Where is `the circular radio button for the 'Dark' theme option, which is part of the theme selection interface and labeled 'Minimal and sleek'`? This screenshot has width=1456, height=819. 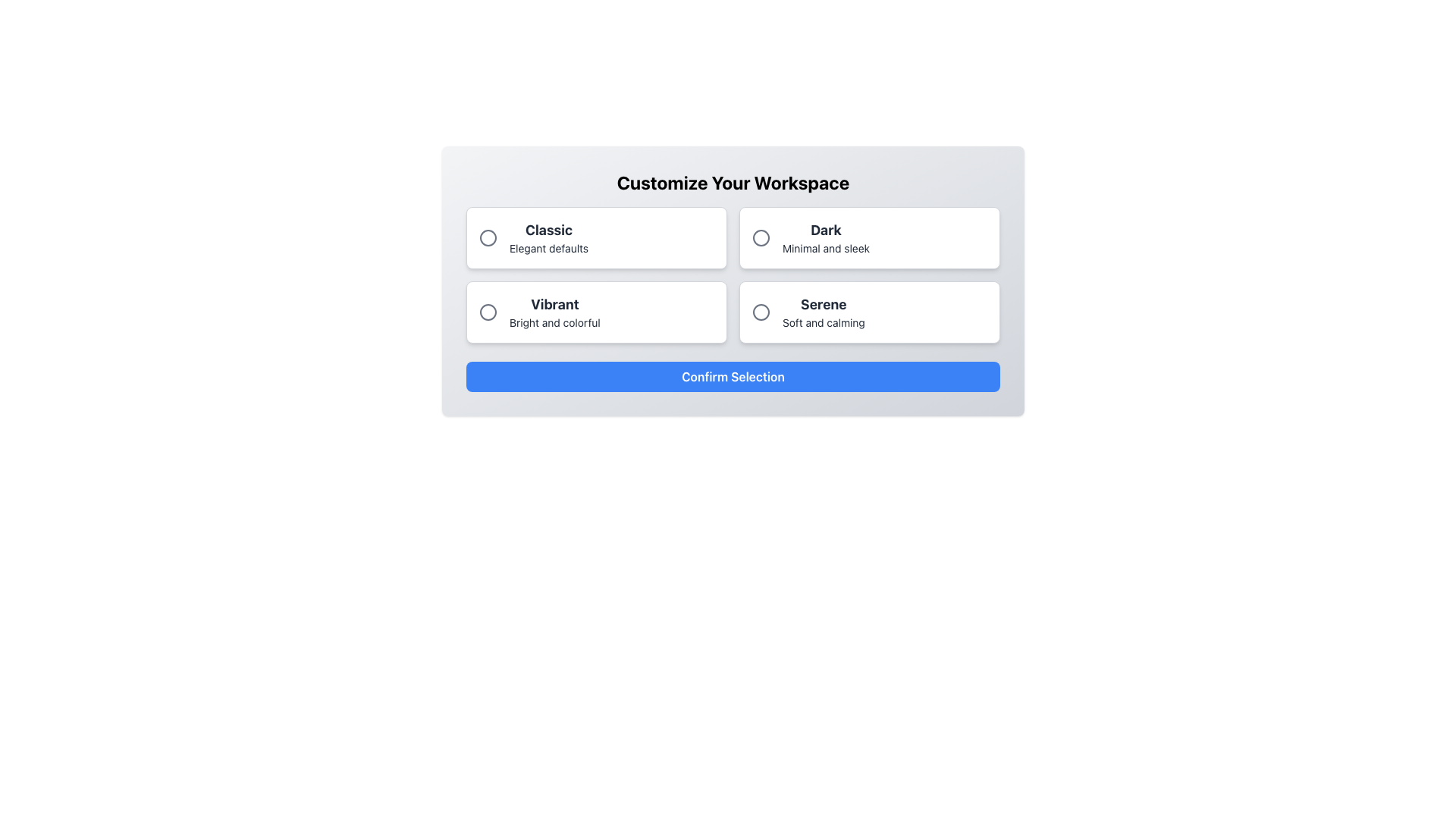 the circular radio button for the 'Dark' theme option, which is part of the theme selection interface and labeled 'Minimal and sleek' is located at coordinates (761, 237).